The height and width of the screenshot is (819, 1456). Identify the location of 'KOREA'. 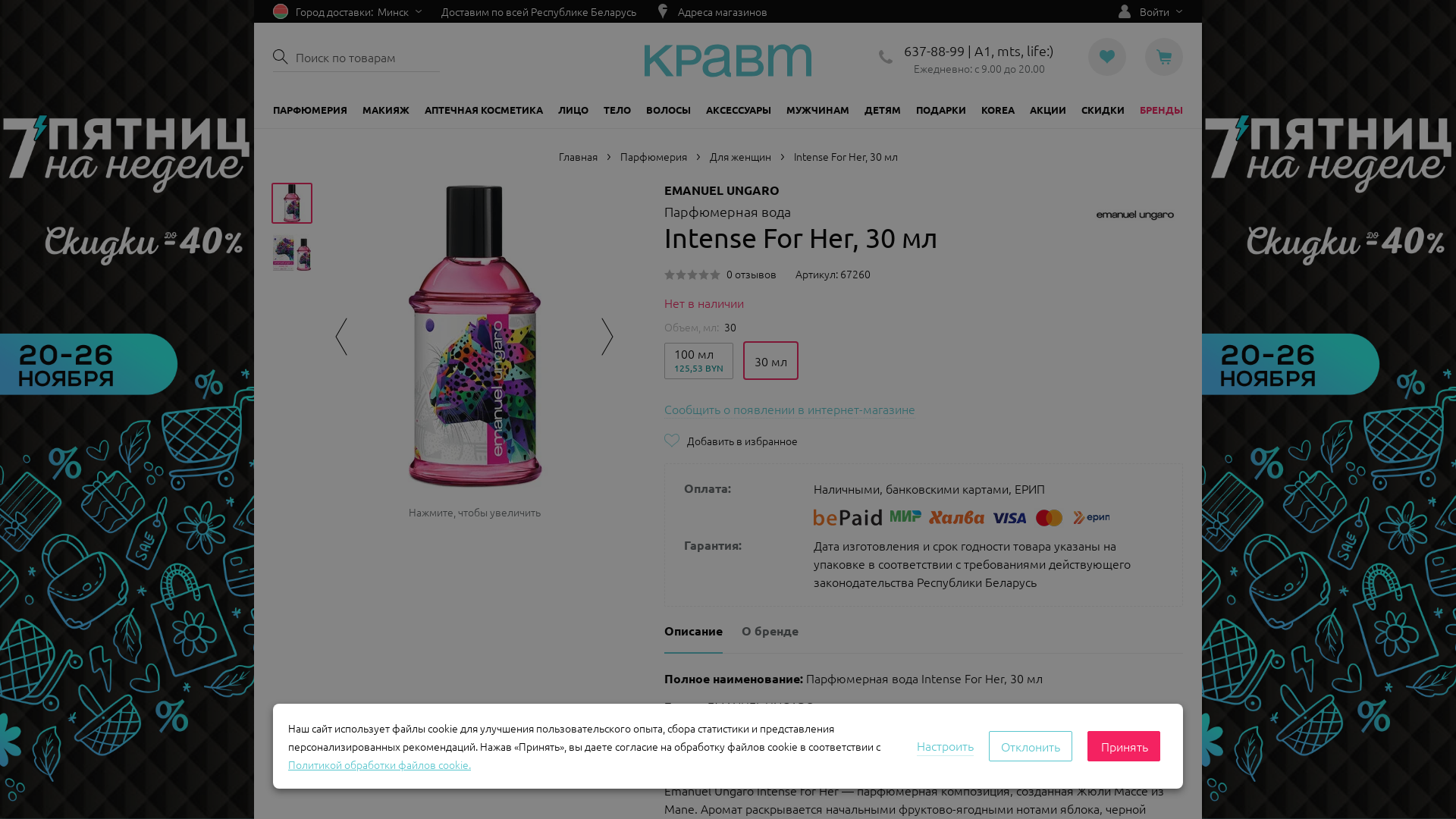
(997, 109).